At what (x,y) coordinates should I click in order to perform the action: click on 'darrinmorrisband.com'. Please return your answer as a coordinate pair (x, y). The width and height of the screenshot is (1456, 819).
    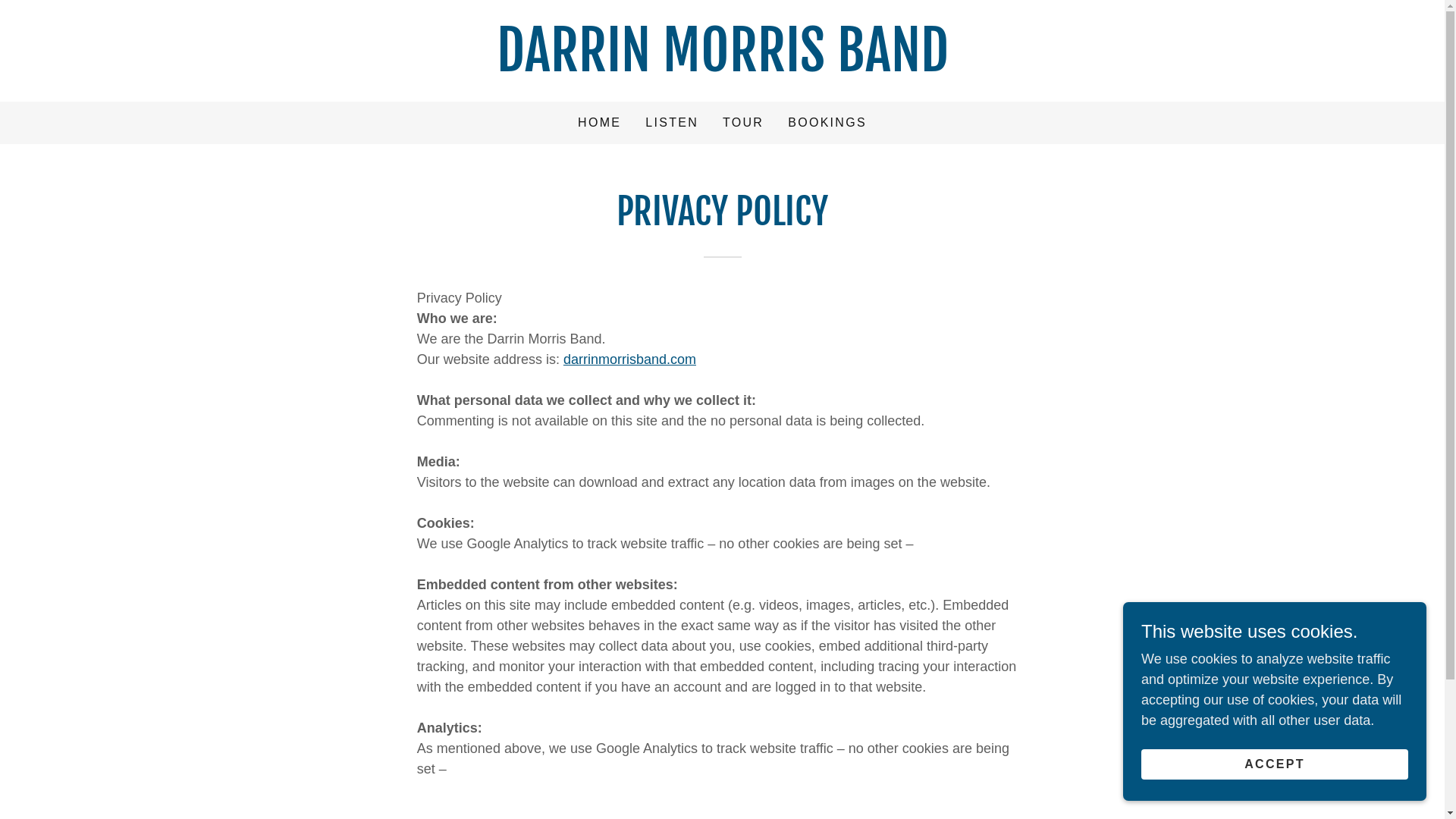
    Looking at the image, I should click on (629, 359).